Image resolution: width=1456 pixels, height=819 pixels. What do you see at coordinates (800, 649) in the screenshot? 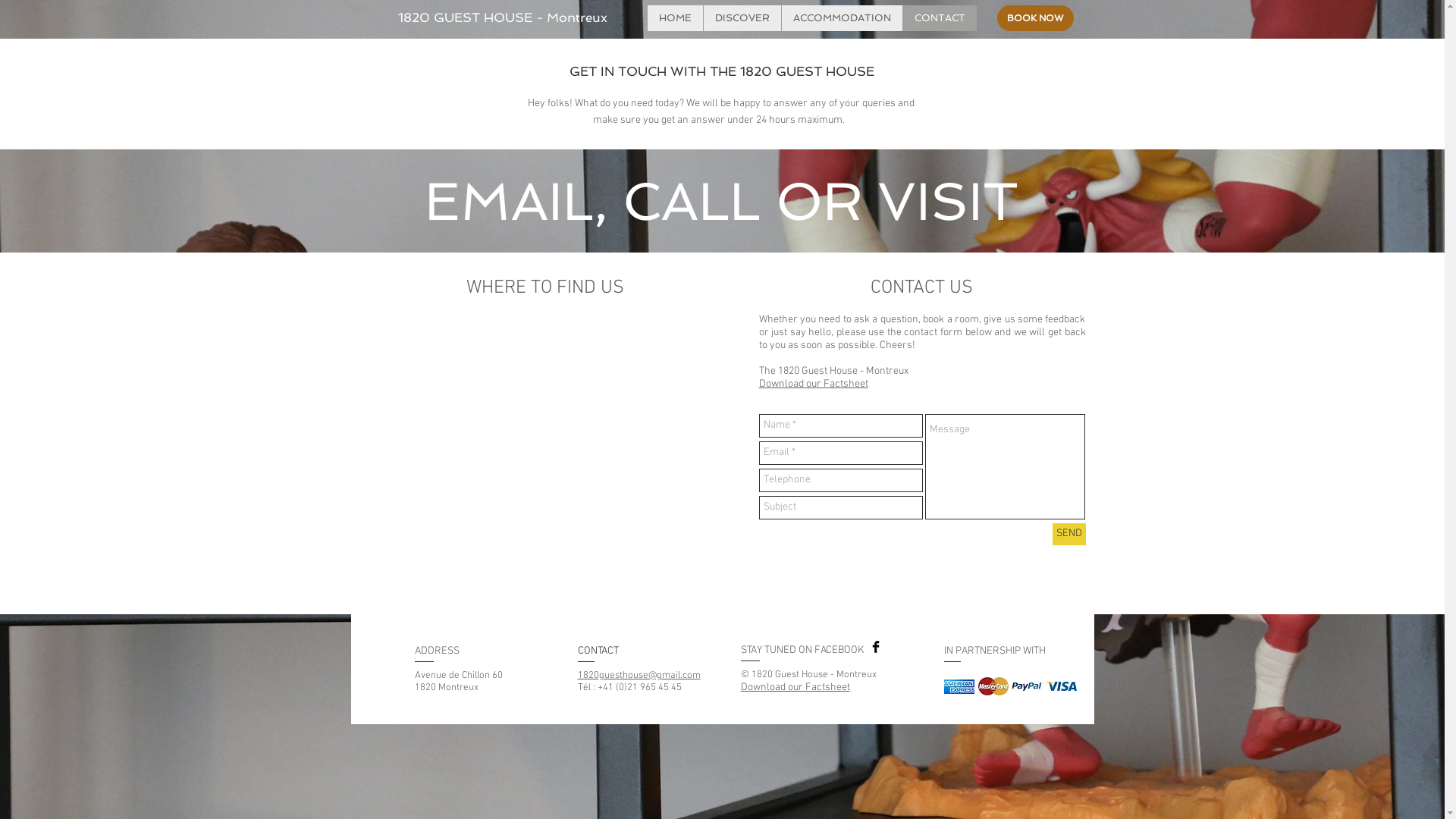
I see `'STAY TUNED ON FACEBOOK'` at bounding box center [800, 649].